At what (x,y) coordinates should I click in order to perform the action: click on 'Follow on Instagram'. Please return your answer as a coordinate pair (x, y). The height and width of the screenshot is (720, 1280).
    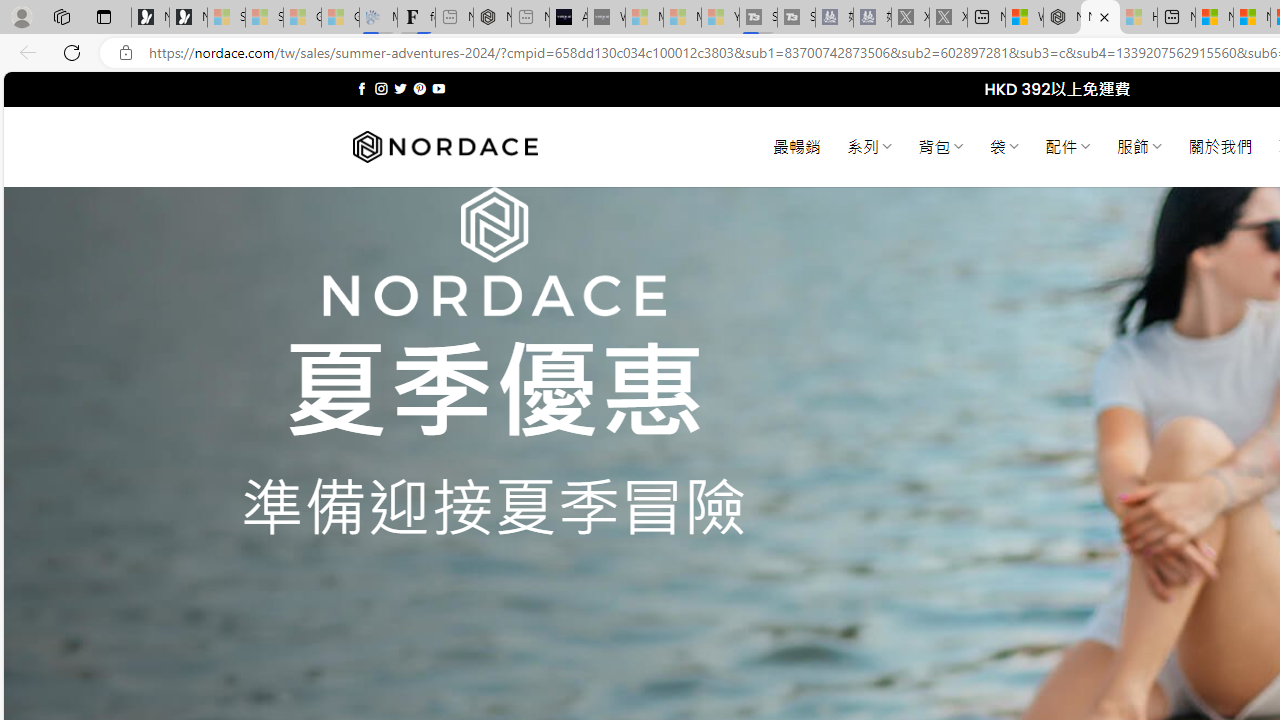
    Looking at the image, I should click on (381, 88).